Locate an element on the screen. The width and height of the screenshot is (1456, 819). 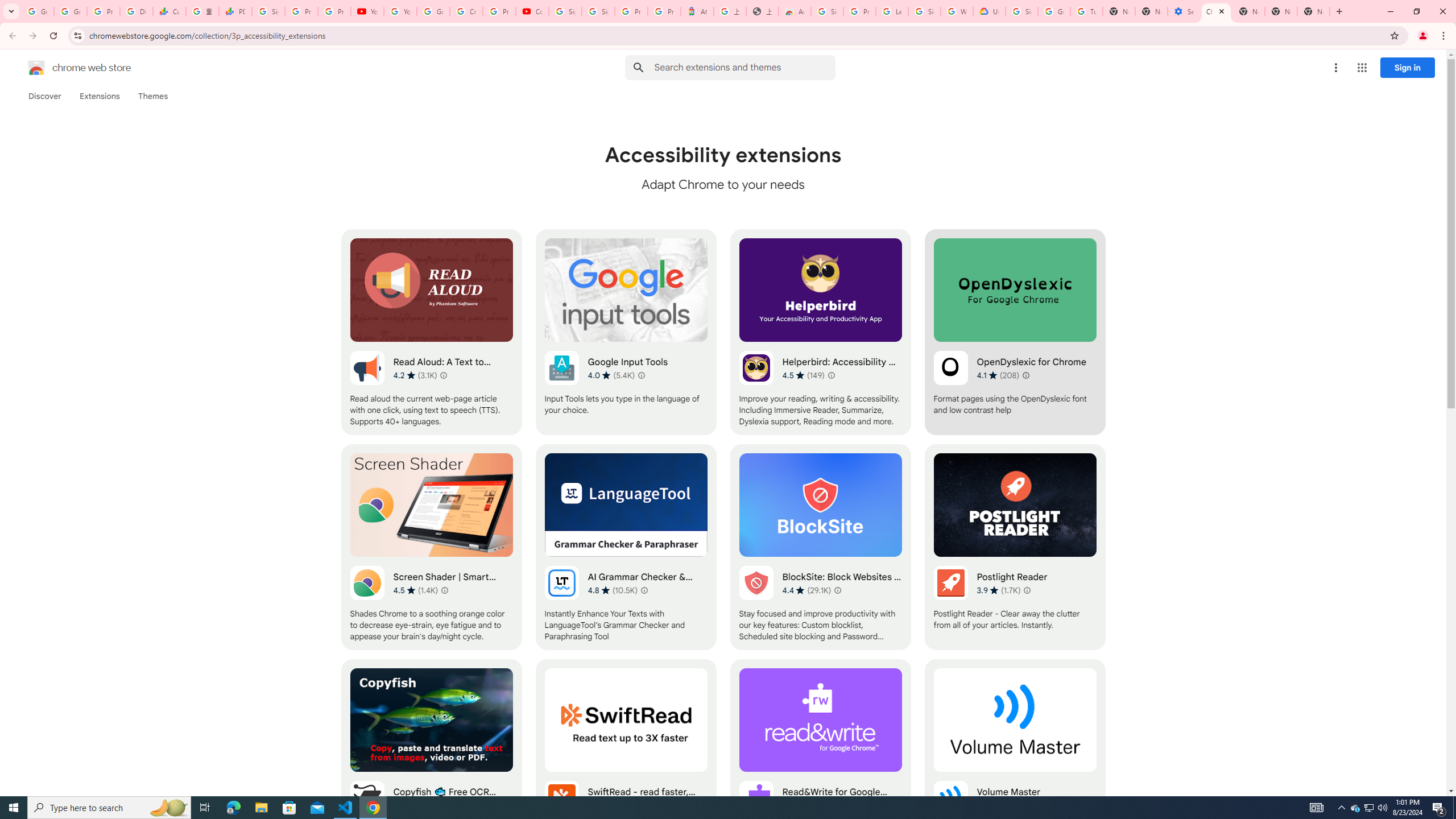
'Chrome Web Store - Accessibility extensions' is located at coordinates (1215, 11).